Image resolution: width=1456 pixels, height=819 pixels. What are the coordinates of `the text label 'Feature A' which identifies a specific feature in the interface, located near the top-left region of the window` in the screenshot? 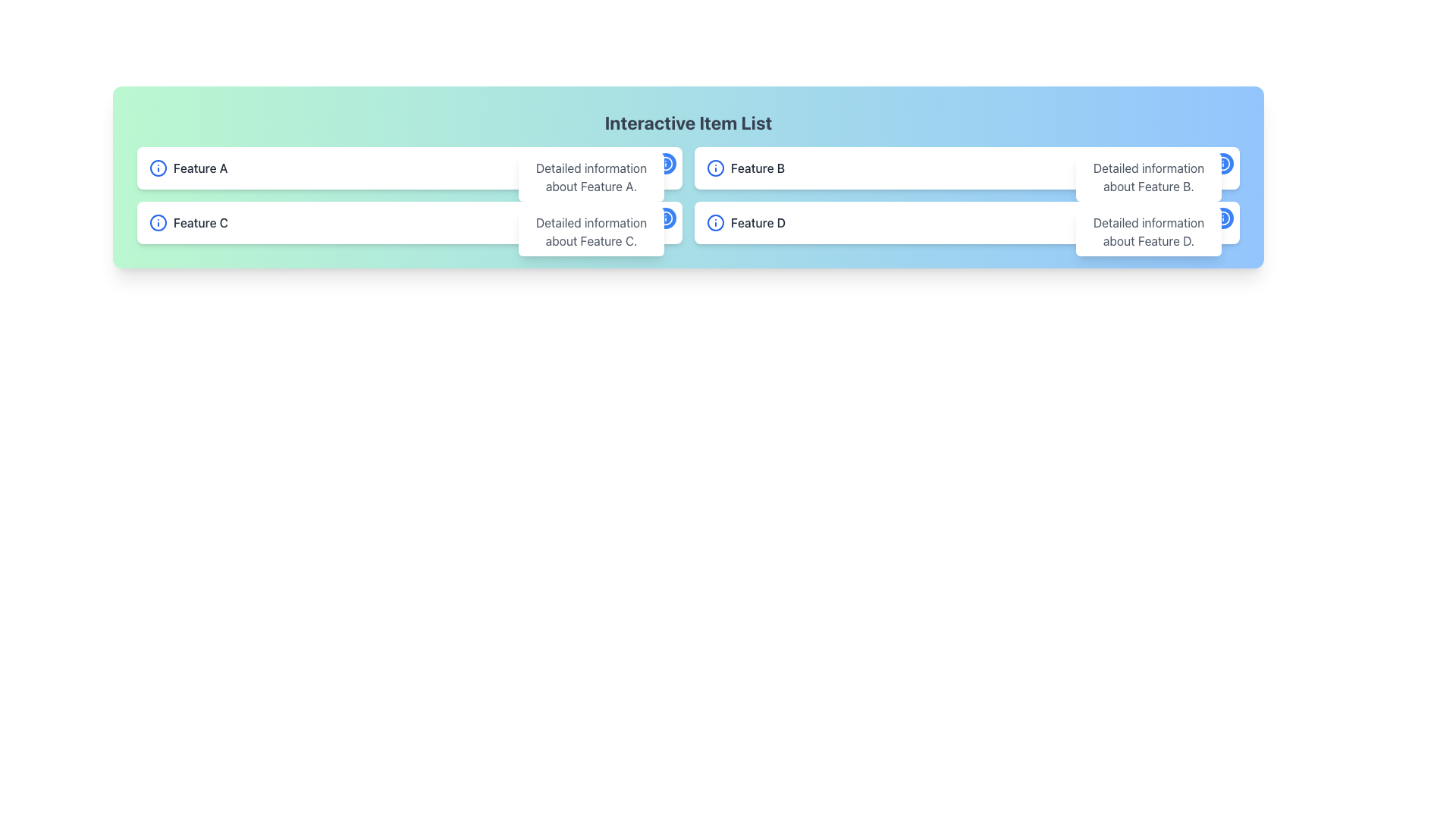 It's located at (199, 168).